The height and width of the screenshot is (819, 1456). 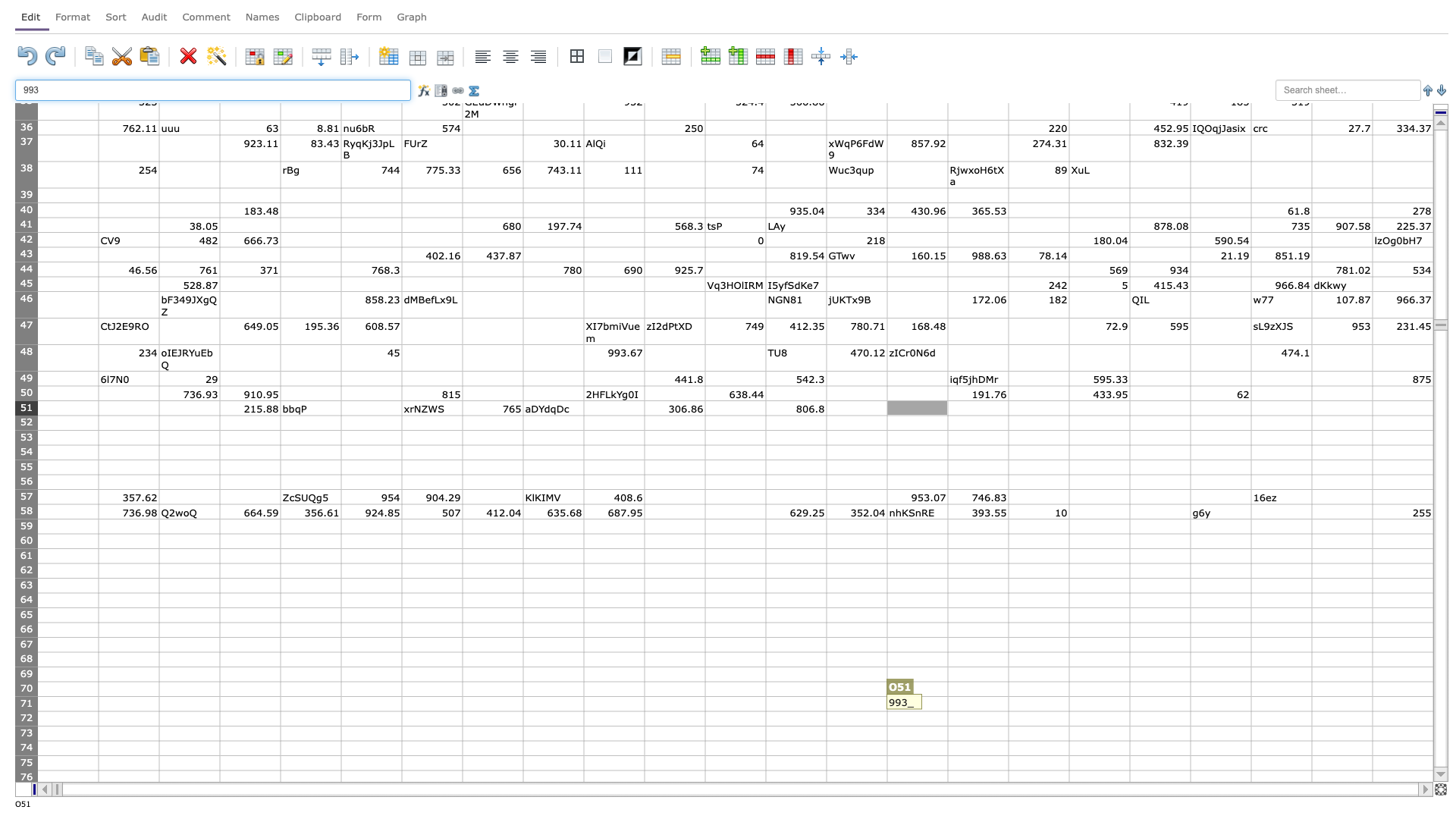 I want to click on fill handle of Q71, so click(x=1068, y=711).